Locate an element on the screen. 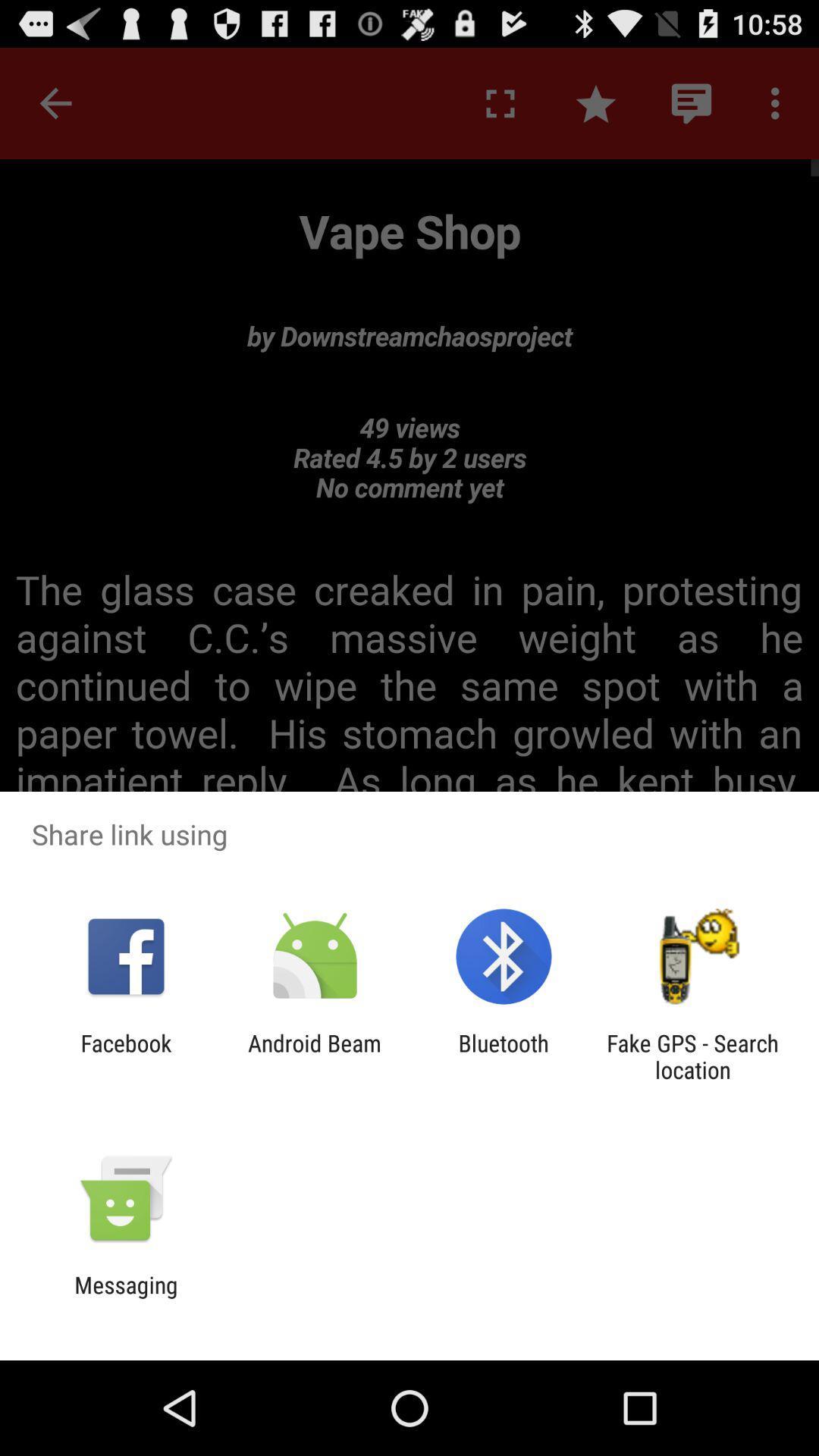 This screenshot has width=819, height=1456. the android beam app is located at coordinates (314, 1056).